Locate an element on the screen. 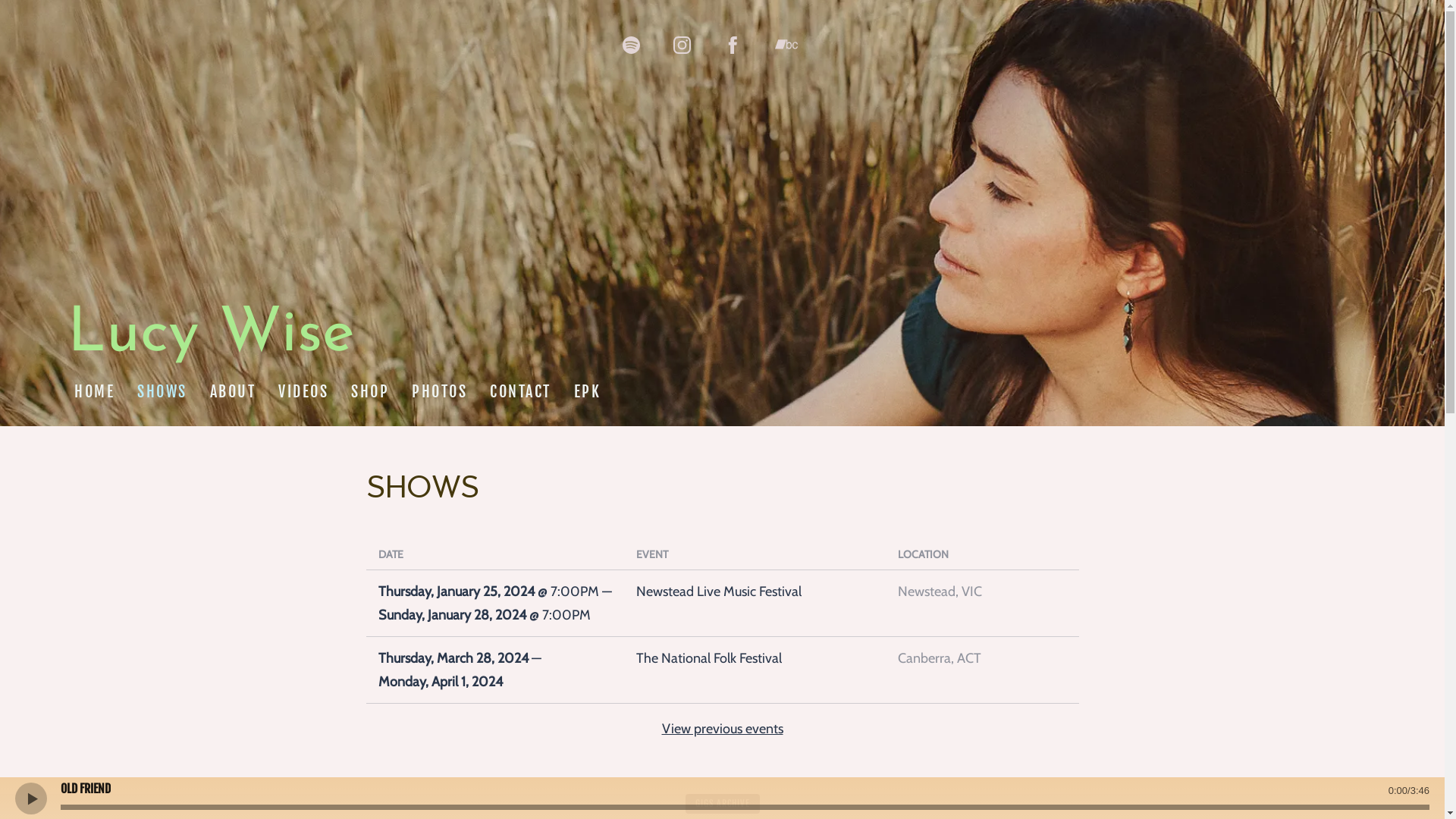  'Play' is located at coordinates (30, 797).